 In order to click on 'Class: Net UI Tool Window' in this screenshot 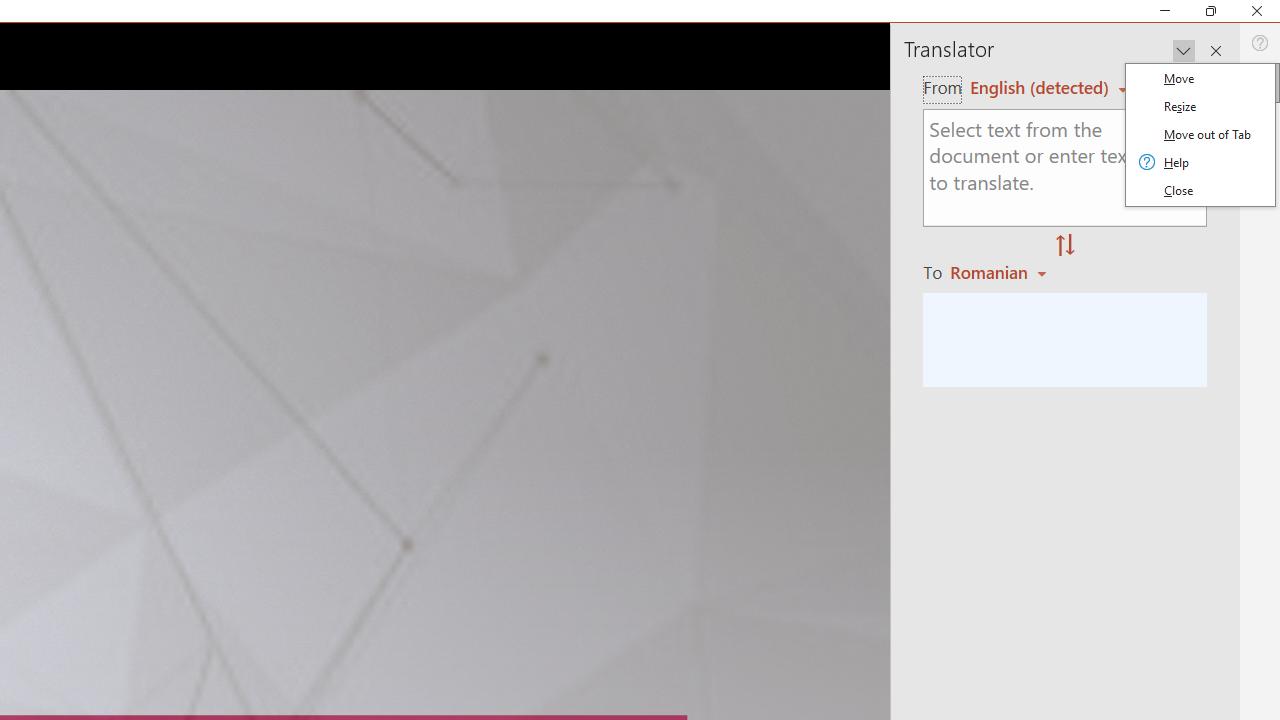, I will do `click(1200, 135)`.